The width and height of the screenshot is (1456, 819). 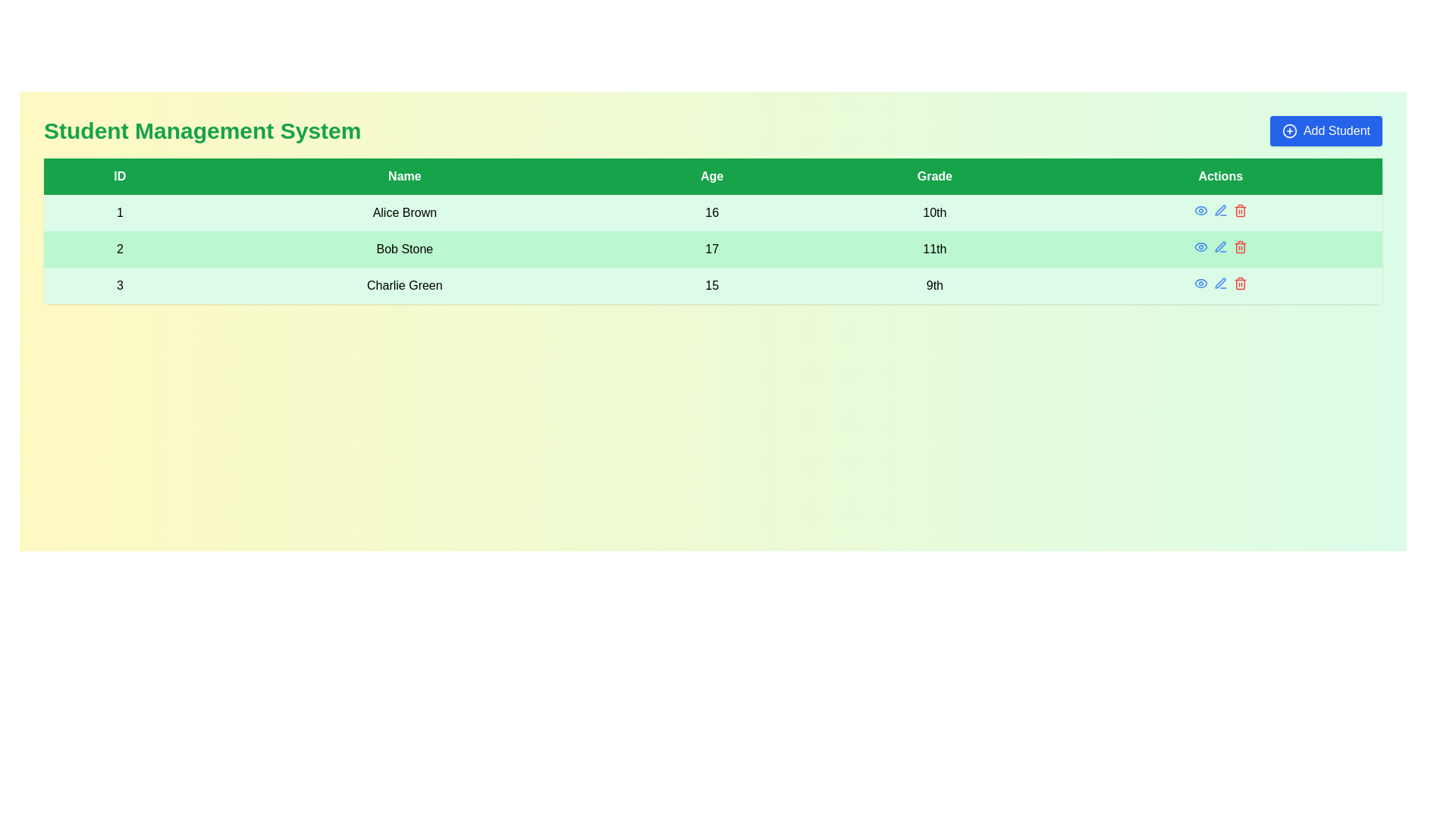 I want to click on the numeric text '15' displayed in black on a light green background, located in the third row and third column of the table under the 'Student Management System' header, so click(x=711, y=286).